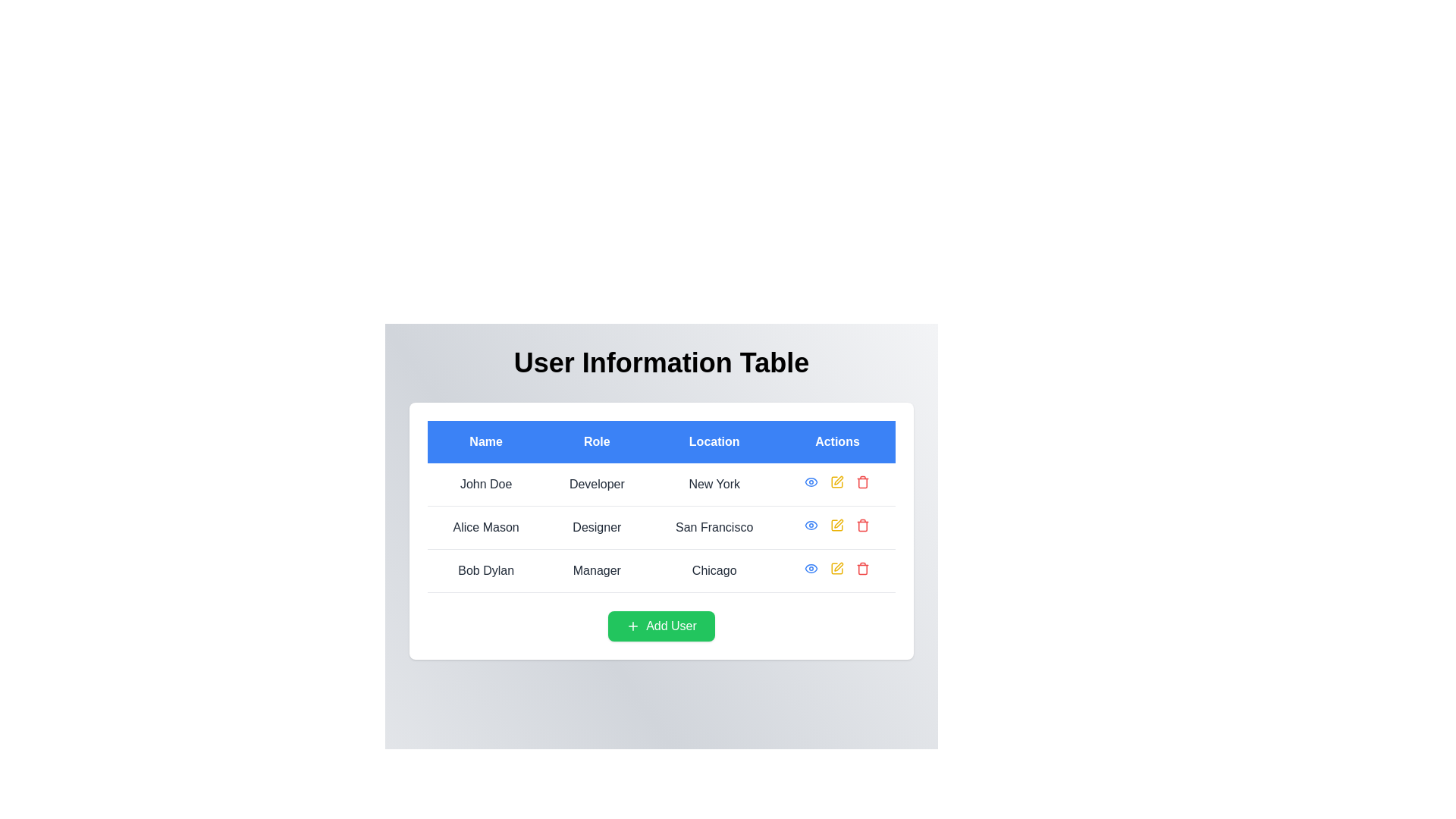  What do you see at coordinates (836, 568) in the screenshot?
I see `the 'Edit' button, which is the second icon in the 'Actions' column of the last row in the user information table, to initiate editing the entry` at bounding box center [836, 568].